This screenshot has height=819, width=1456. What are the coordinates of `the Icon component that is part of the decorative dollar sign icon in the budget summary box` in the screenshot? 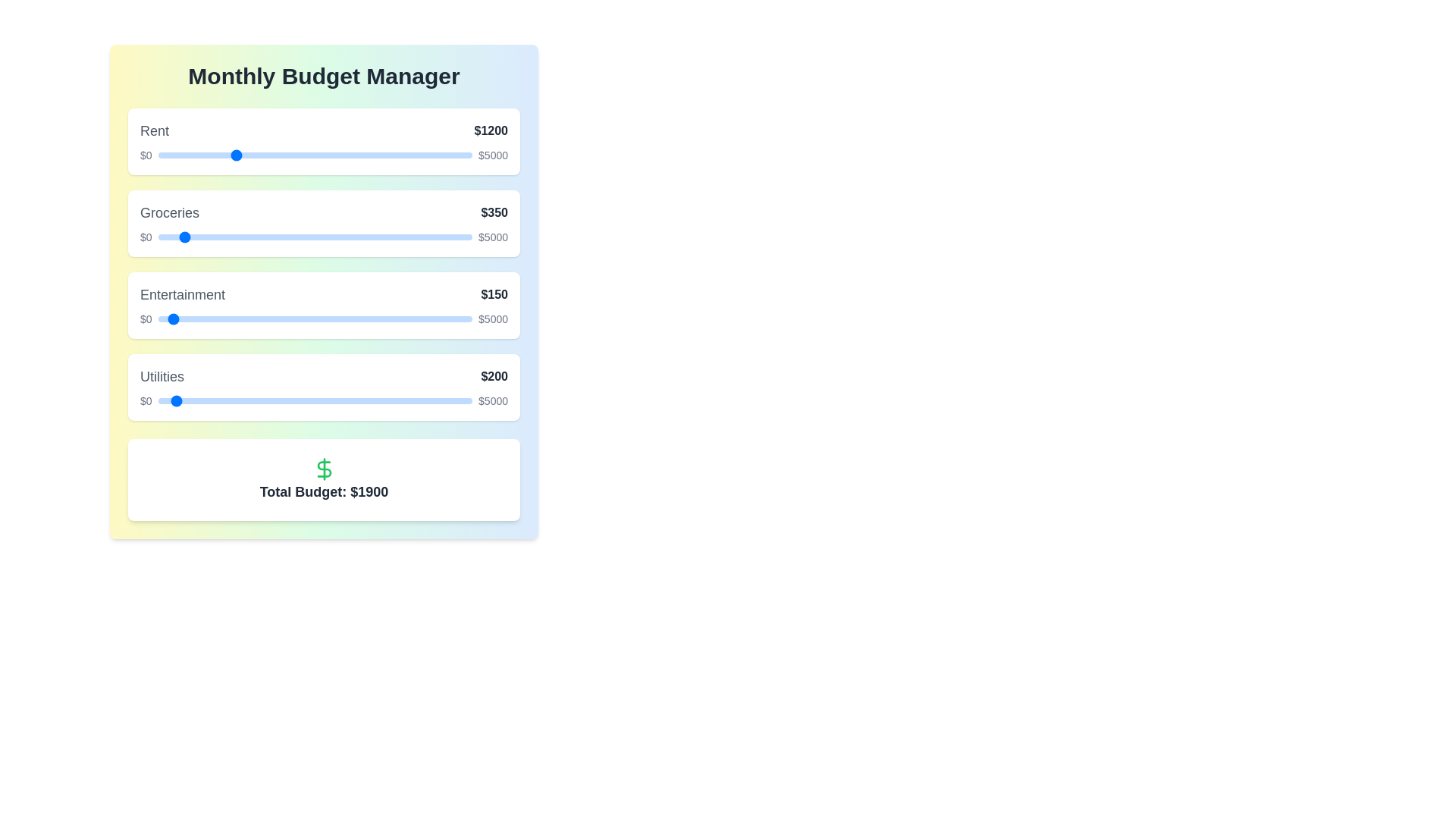 It's located at (323, 468).